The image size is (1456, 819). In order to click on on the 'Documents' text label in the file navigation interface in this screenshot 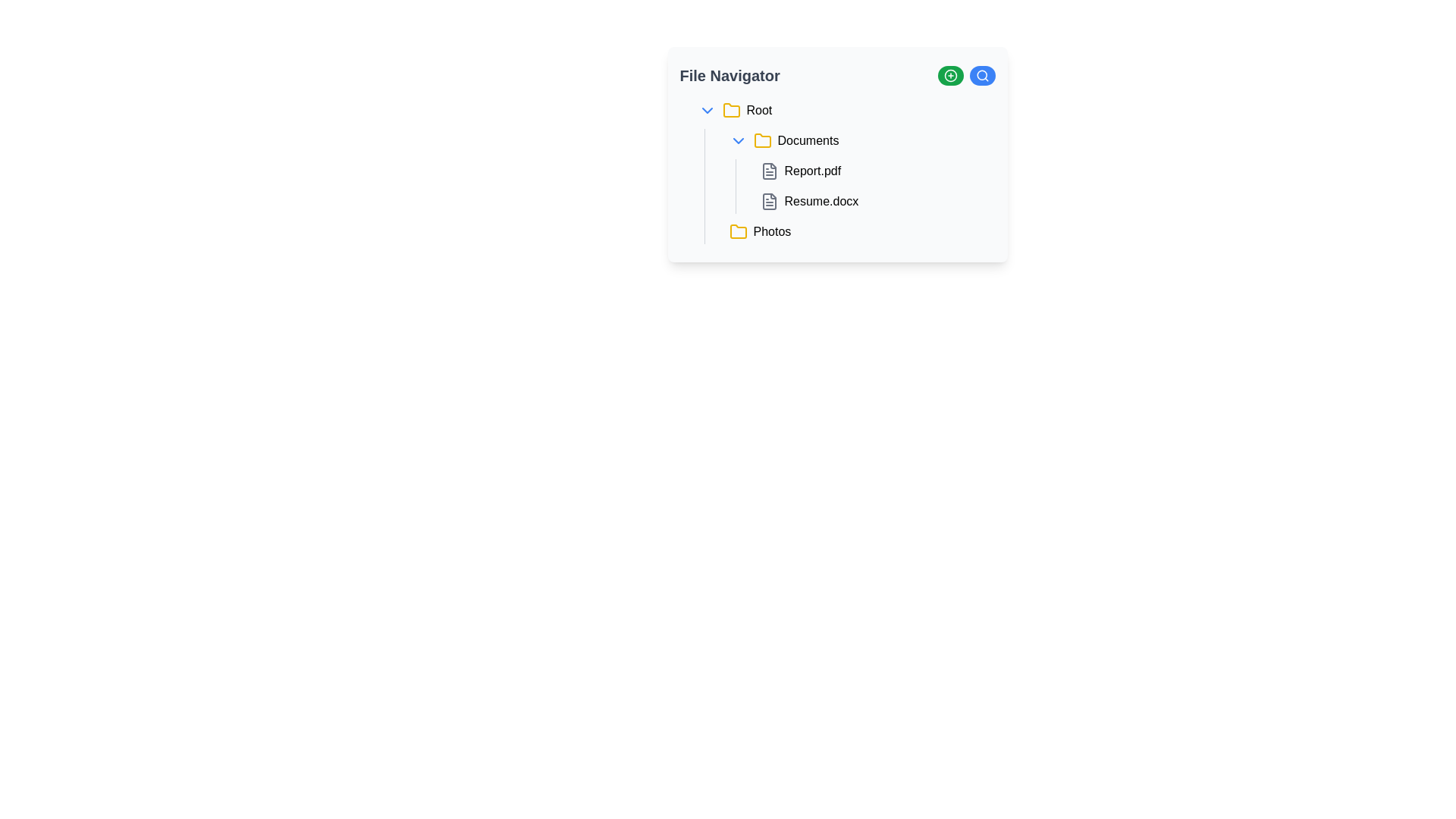, I will do `click(807, 140)`.